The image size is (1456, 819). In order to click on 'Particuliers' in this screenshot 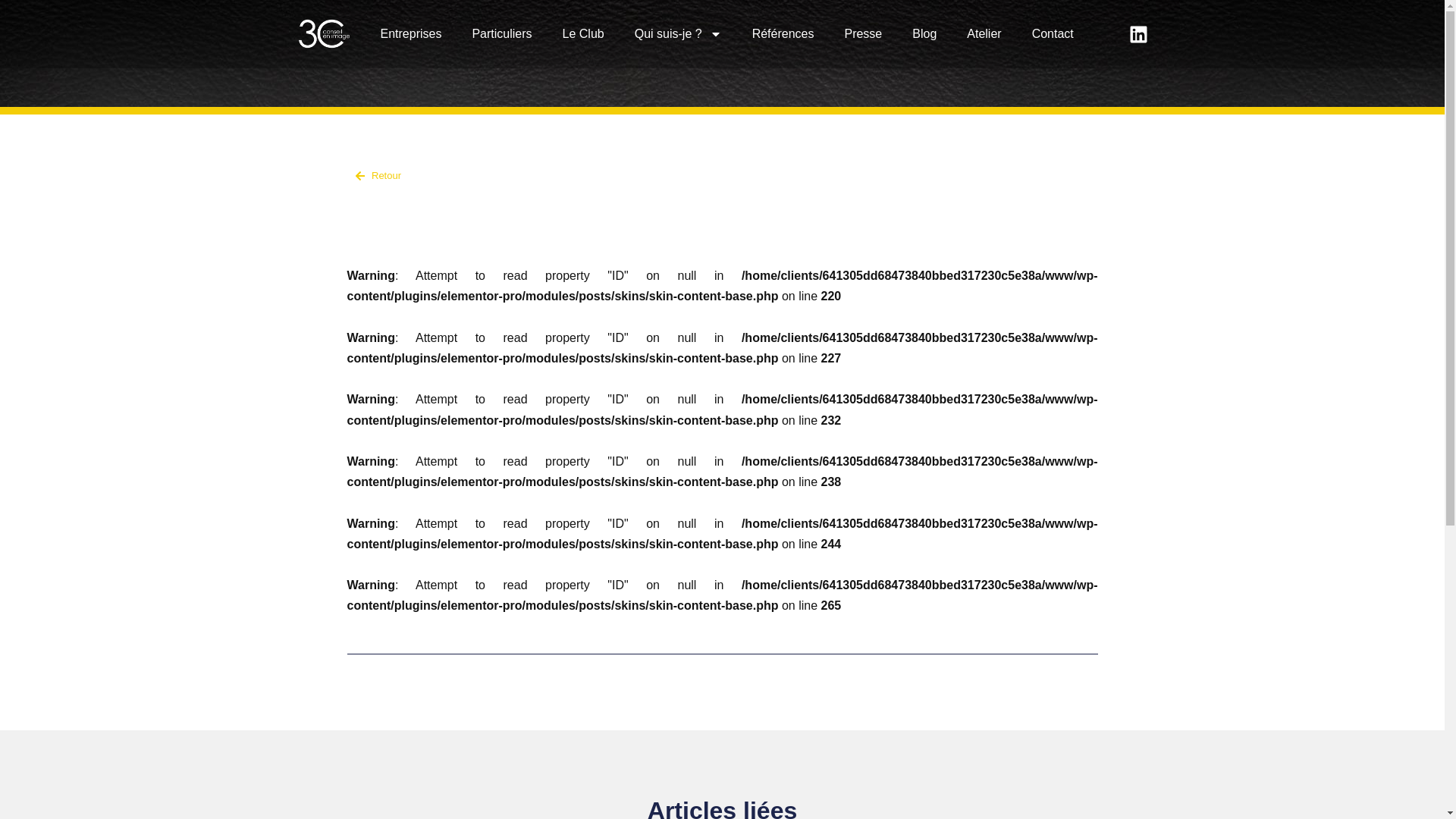, I will do `click(455, 34)`.